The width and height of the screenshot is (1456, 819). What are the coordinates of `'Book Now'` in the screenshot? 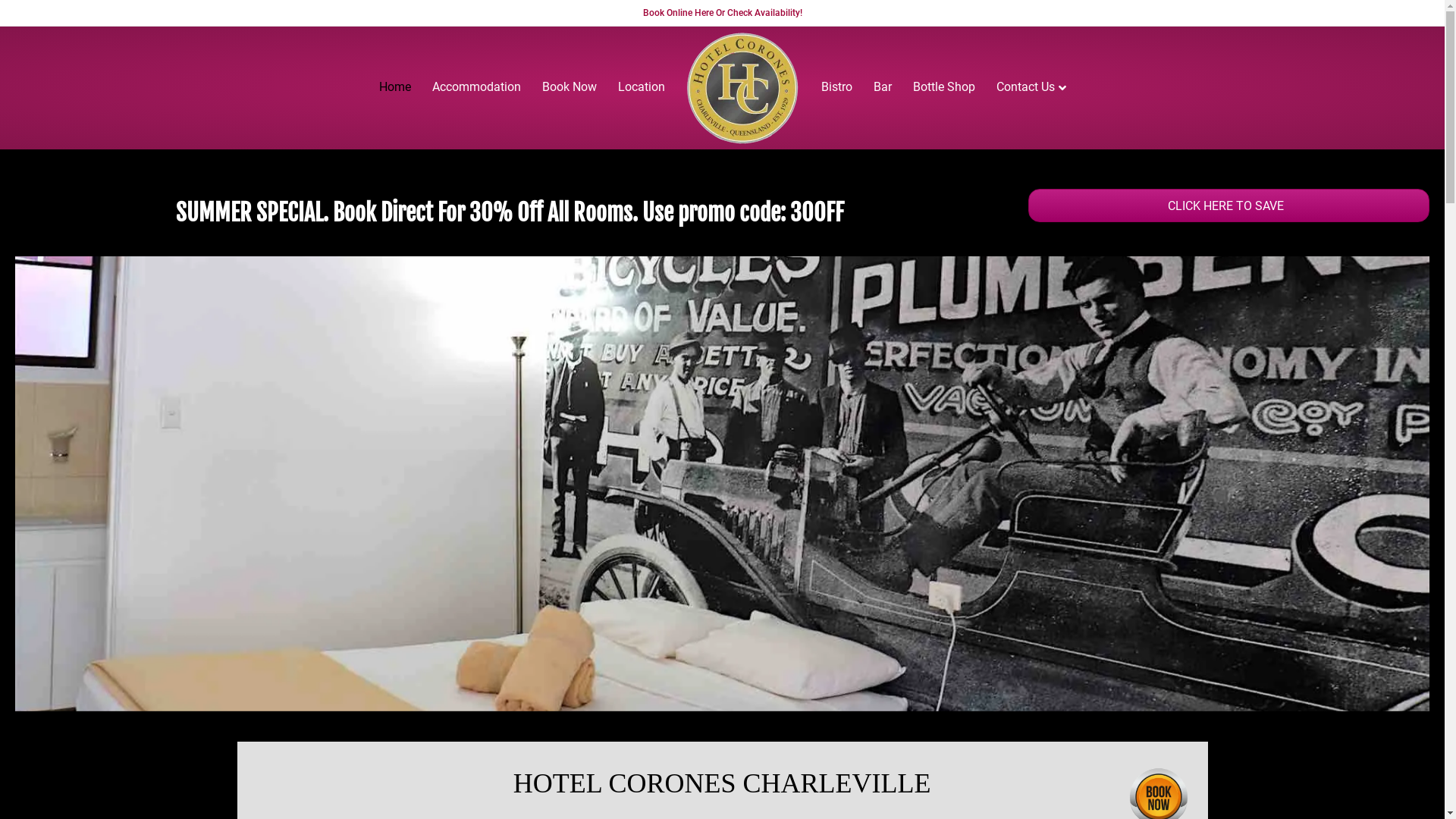 It's located at (567, 87).